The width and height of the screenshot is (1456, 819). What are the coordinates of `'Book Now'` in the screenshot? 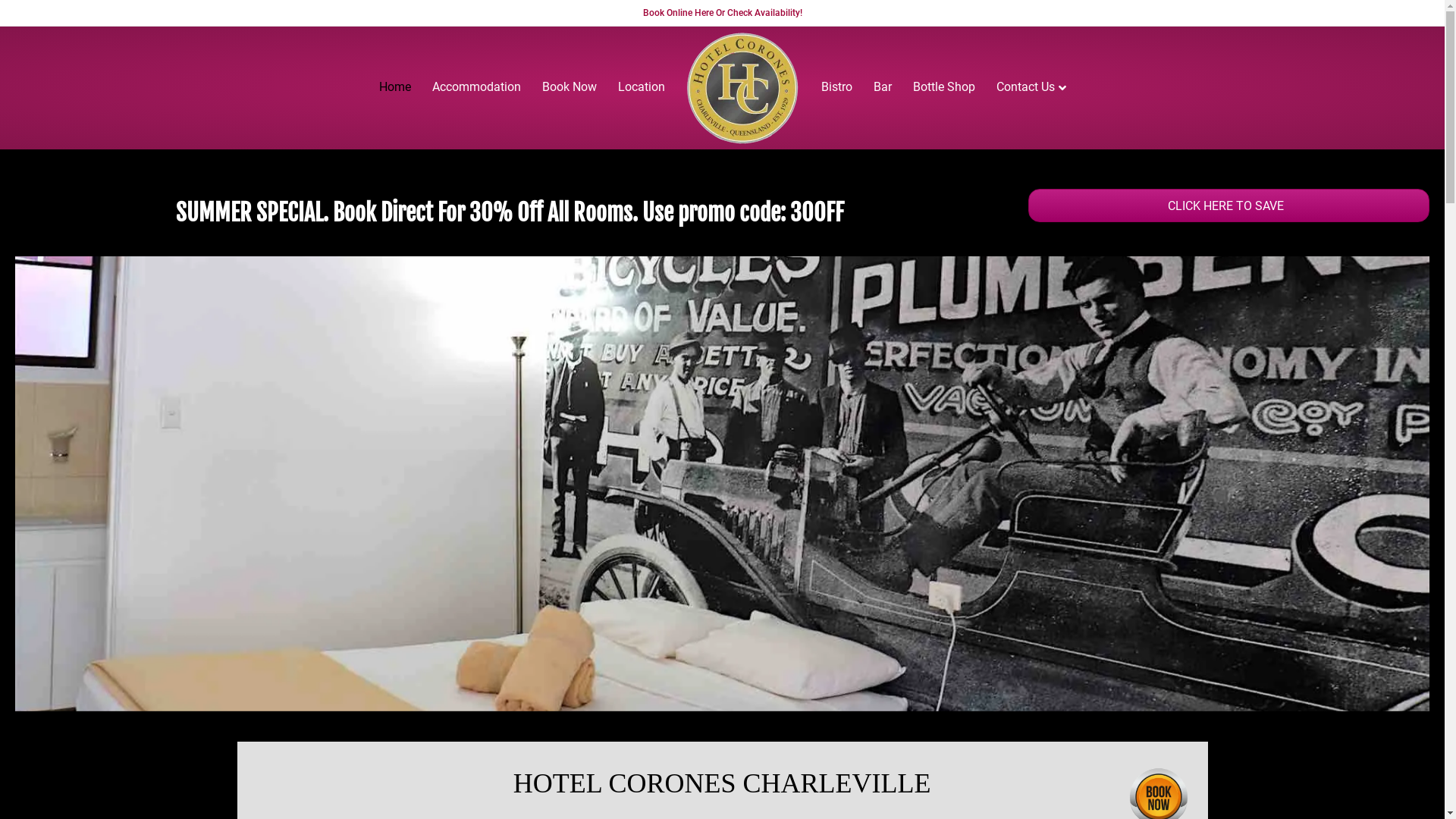 It's located at (567, 87).